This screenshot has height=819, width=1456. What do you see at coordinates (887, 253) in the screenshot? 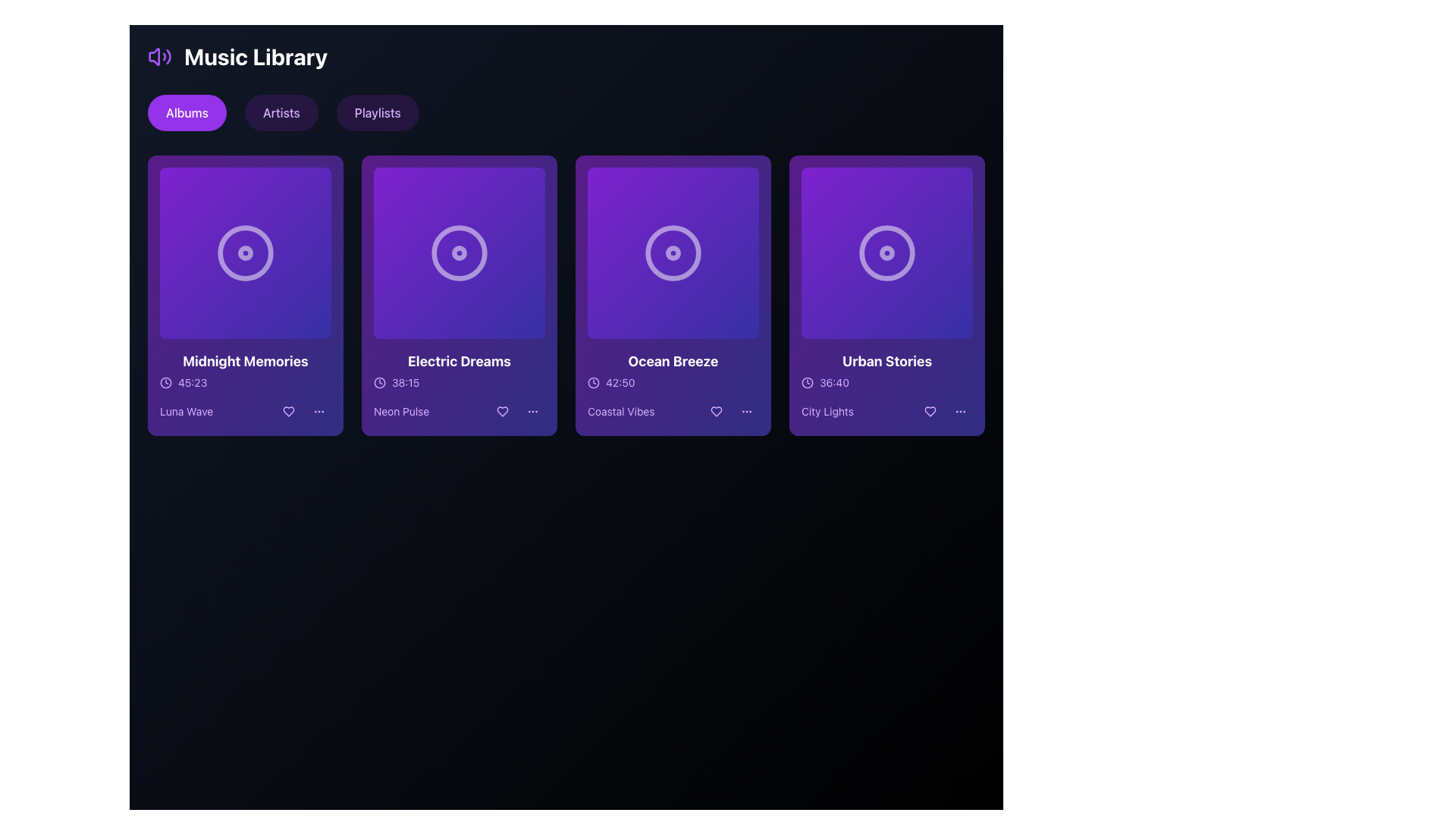
I see `the outer circle of the double-ring icon located centrally within the 'Urban Stories' card on the rightmost side of the four cards` at bounding box center [887, 253].